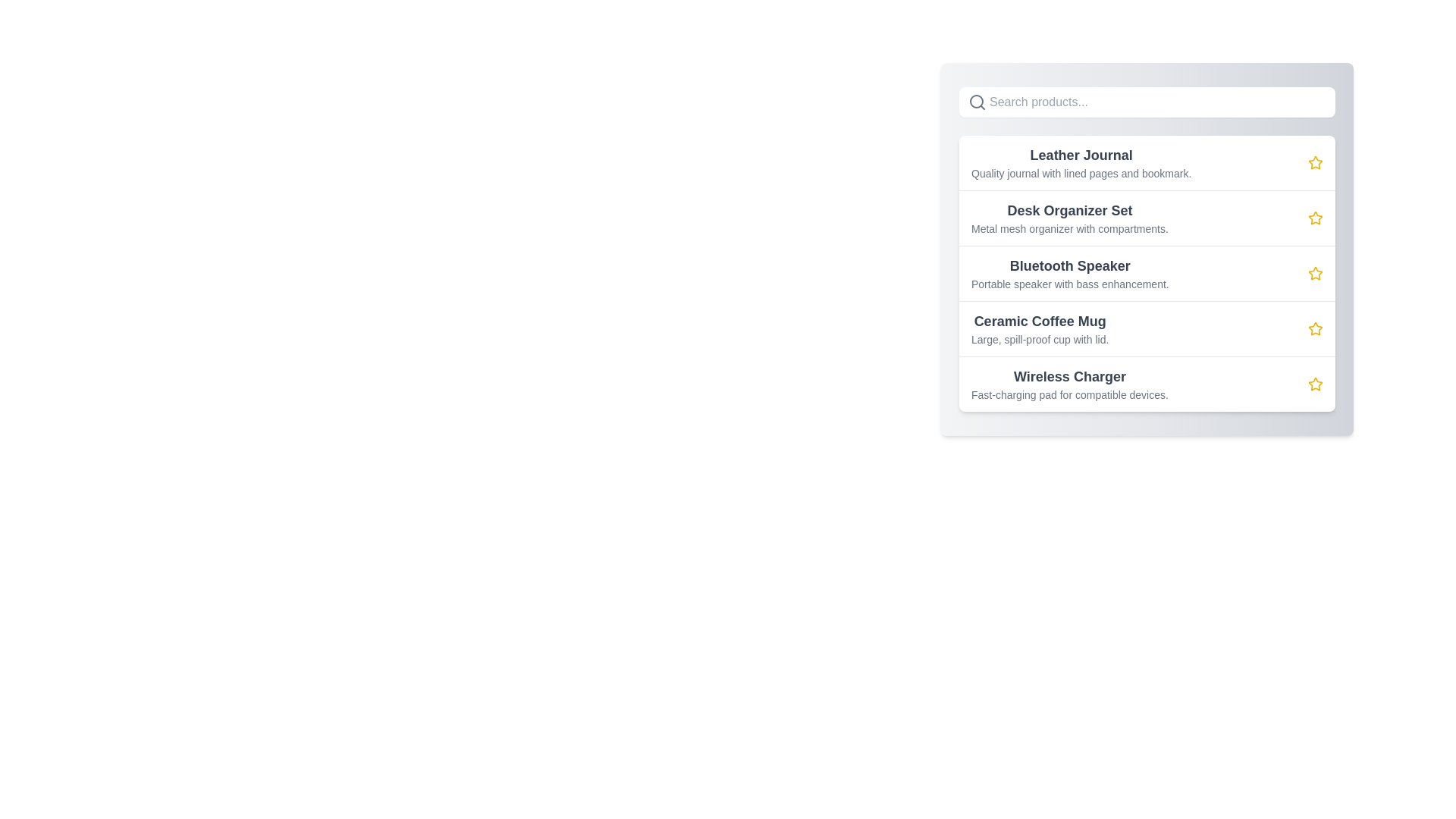 Image resolution: width=1456 pixels, height=819 pixels. I want to click on the Information Display Block for the 'Wireless Charger' product, so click(1069, 383).